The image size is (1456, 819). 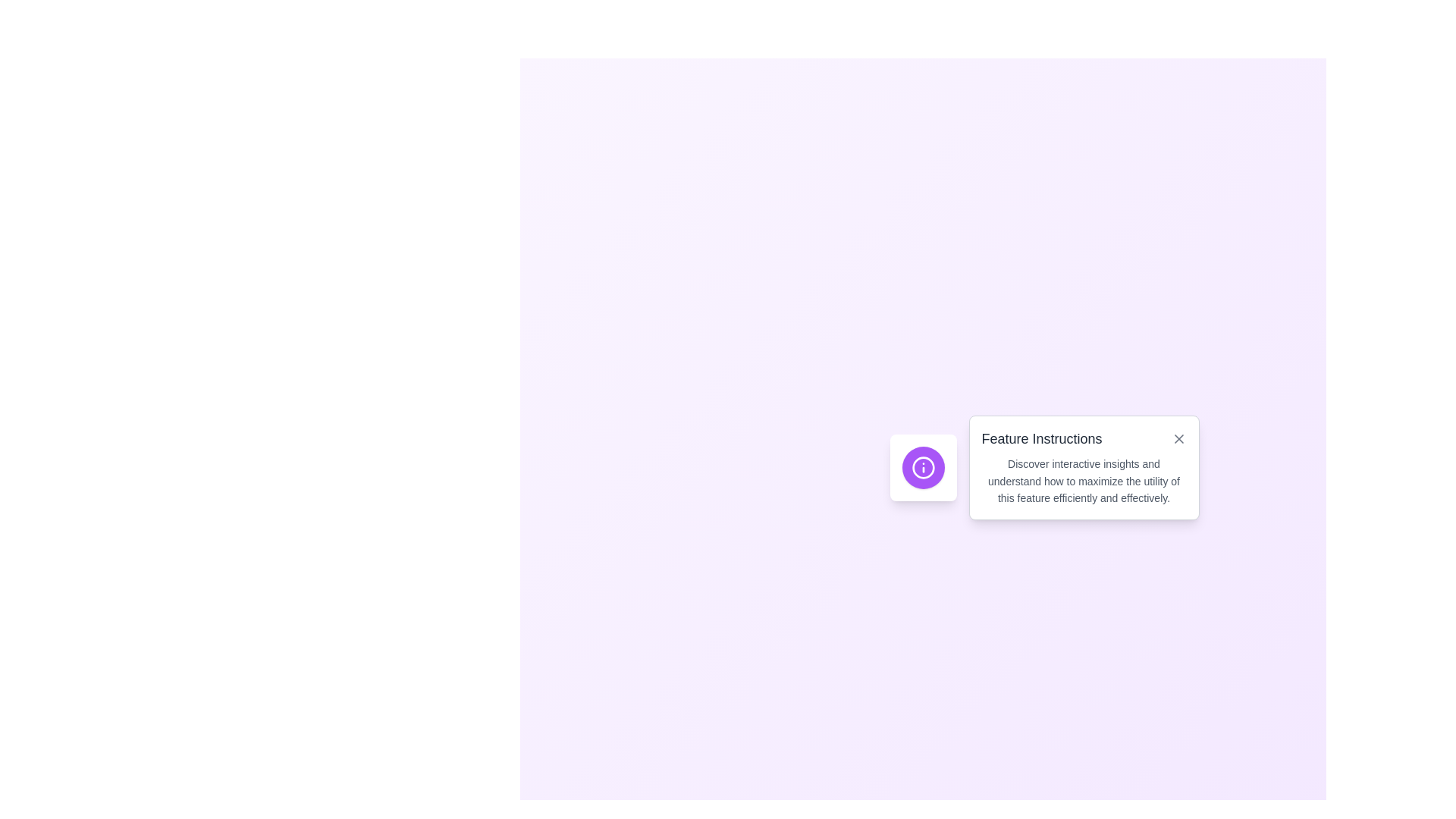 What do you see at coordinates (1178, 438) in the screenshot?
I see `the close icon located at the top-right corner of the 'Feature Instructions' dialog` at bounding box center [1178, 438].